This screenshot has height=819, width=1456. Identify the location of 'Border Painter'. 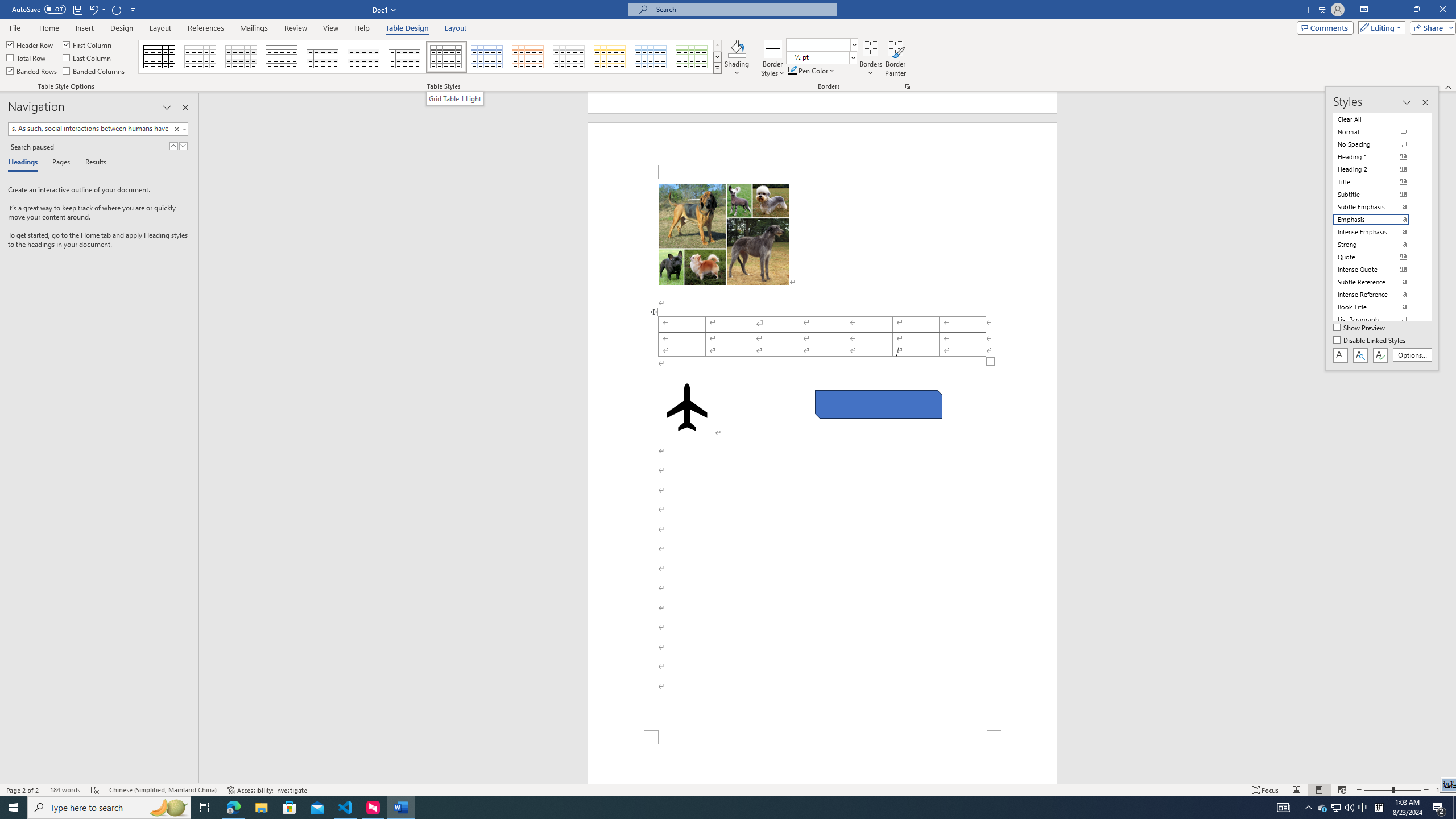
(895, 59).